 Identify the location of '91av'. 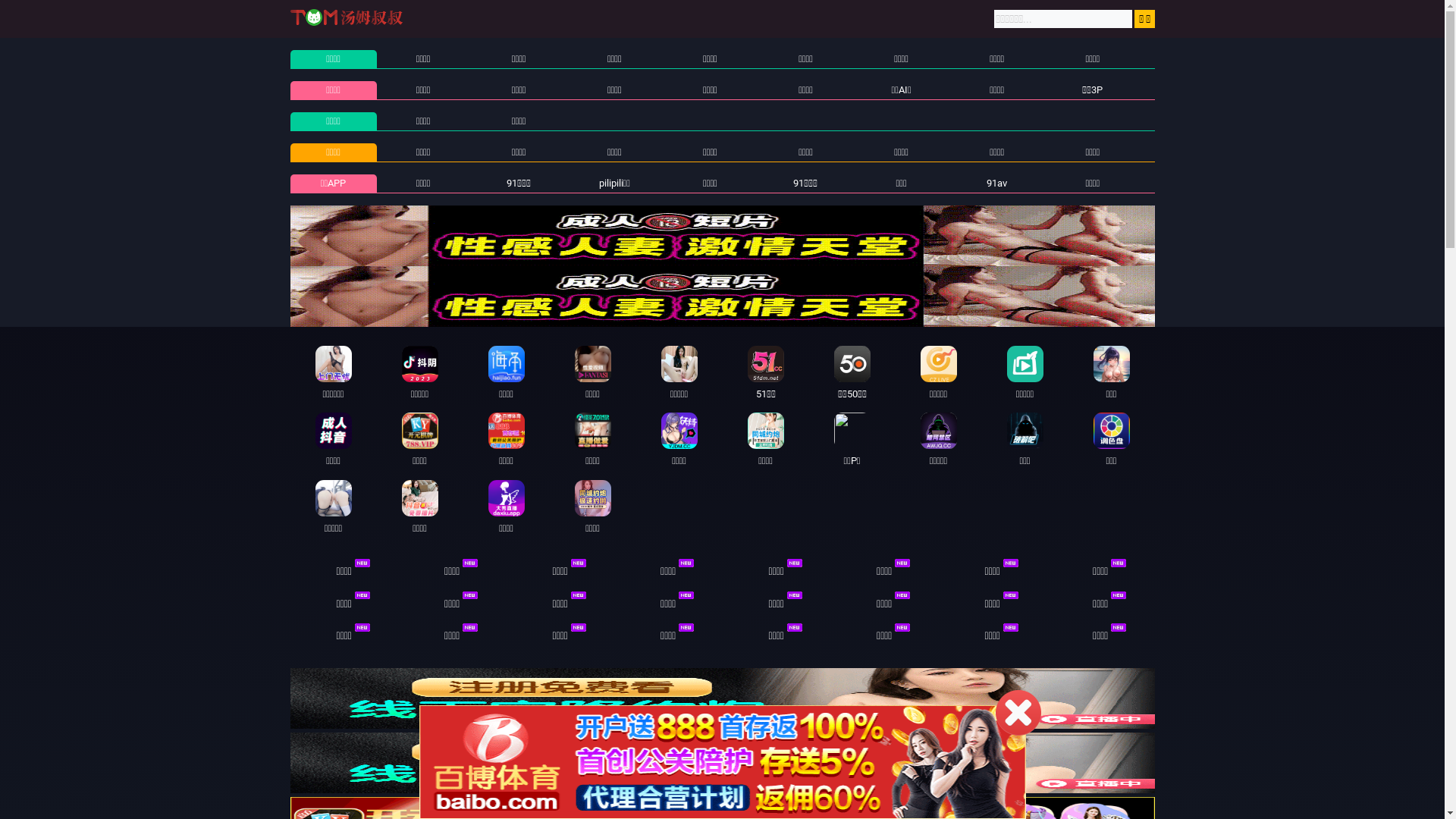
(996, 182).